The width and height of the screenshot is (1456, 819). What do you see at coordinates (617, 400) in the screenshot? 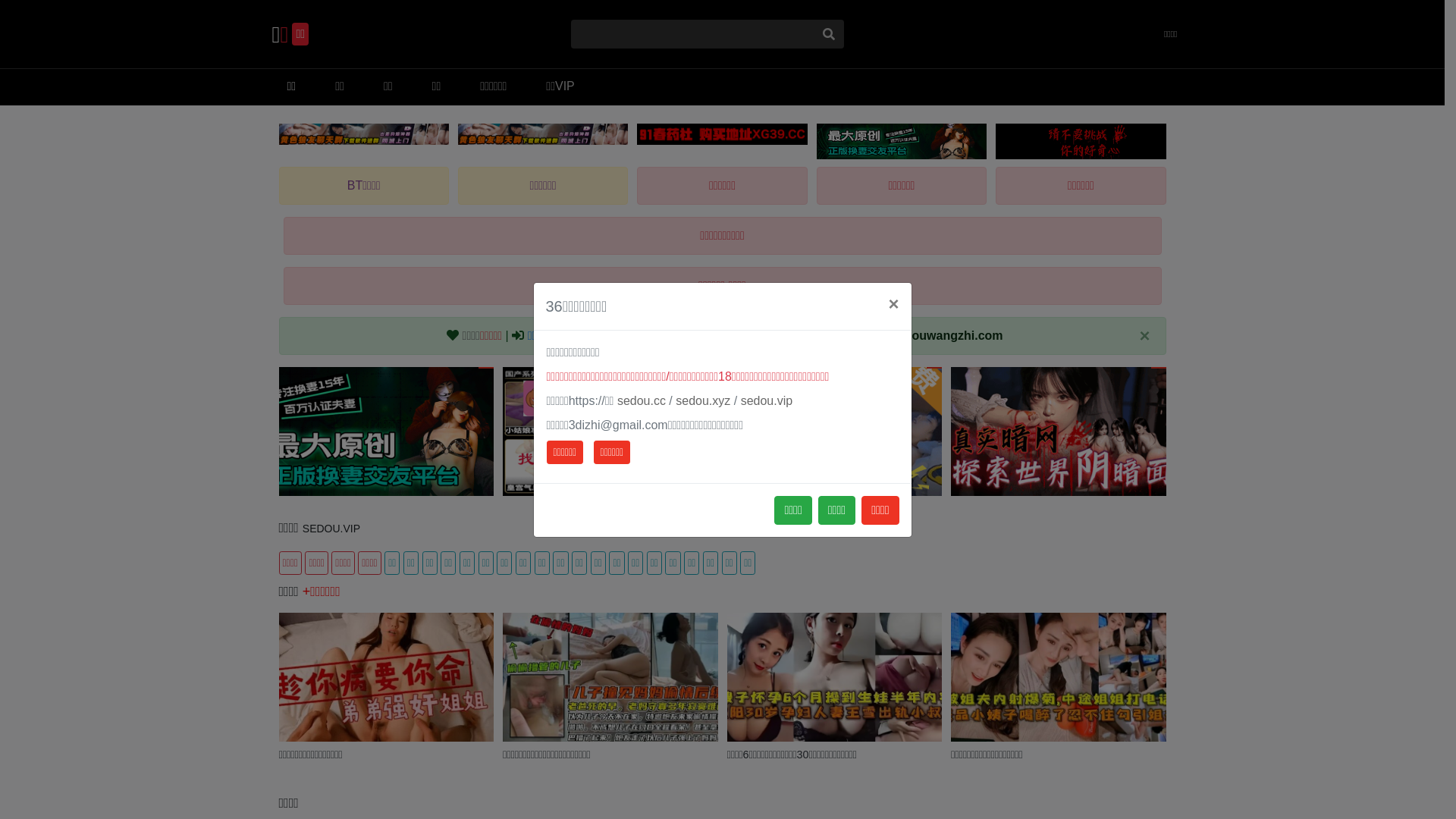
I see `'sedou.cc'` at bounding box center [617, 400].